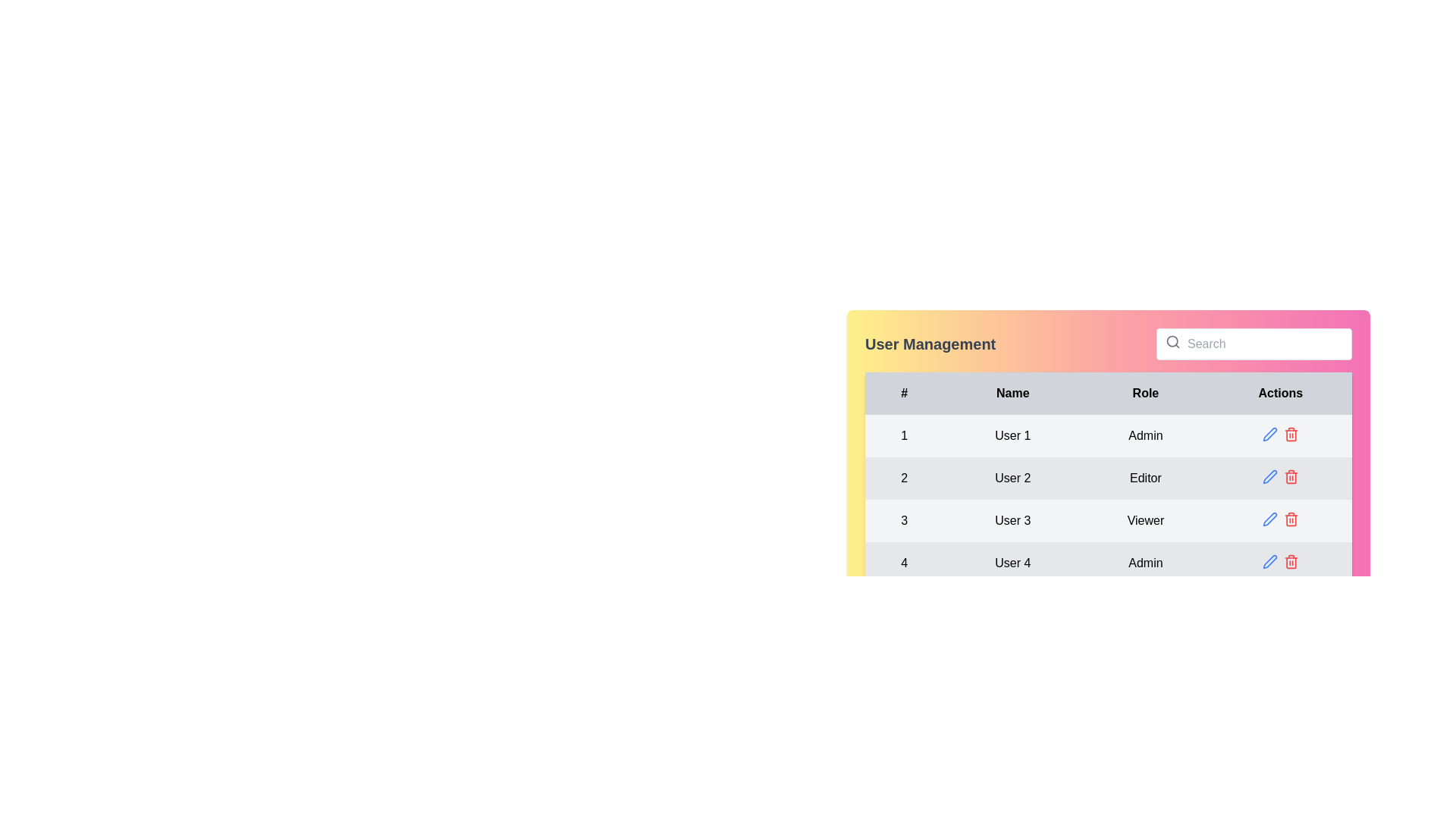  I want to click on the Static Text element displaying the numerical value '2', which is part of a table row under the header column '#', so click(904, 479).